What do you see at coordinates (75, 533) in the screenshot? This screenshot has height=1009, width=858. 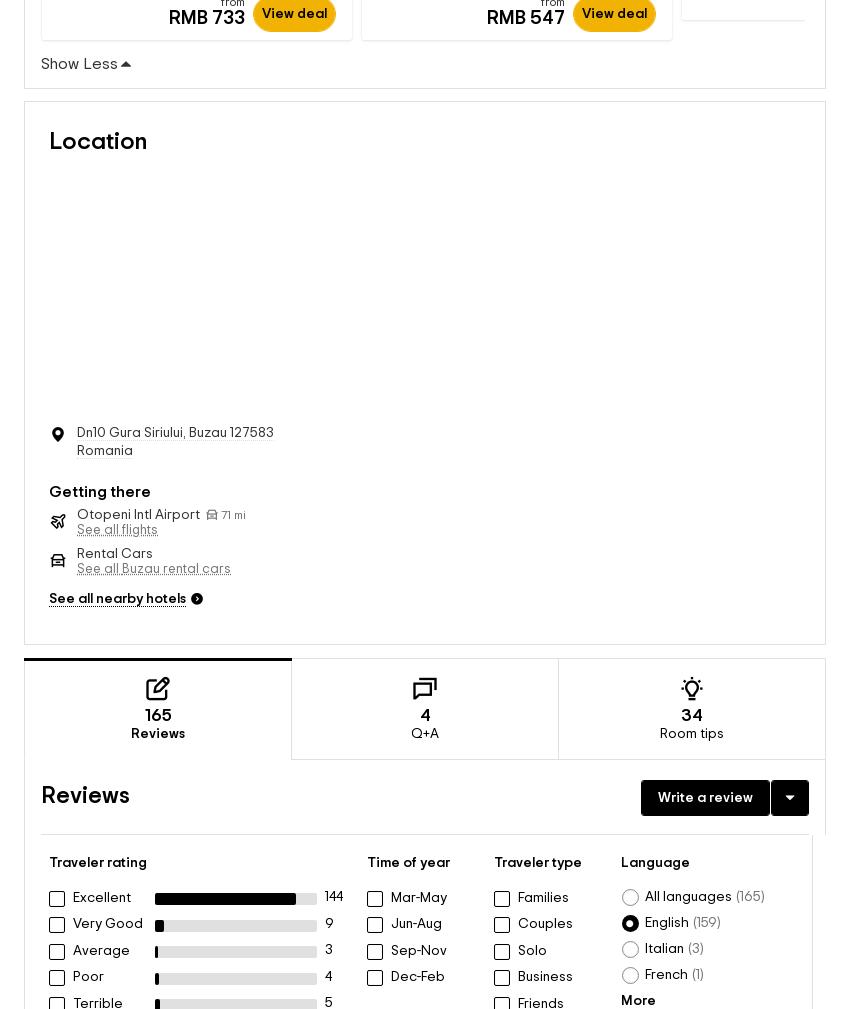 I see `'Rental Cars'` at bounding box center [75, 533].